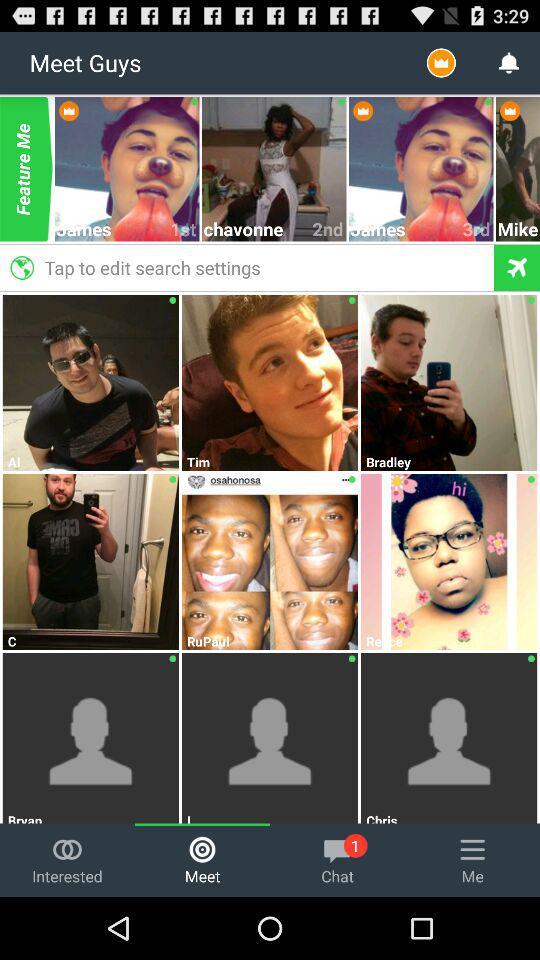 The image size is (540, 960). Describe the element at coordinates (518, 229) in the screenshot. I see `the app to the right of the tap to edit icon` at that location.